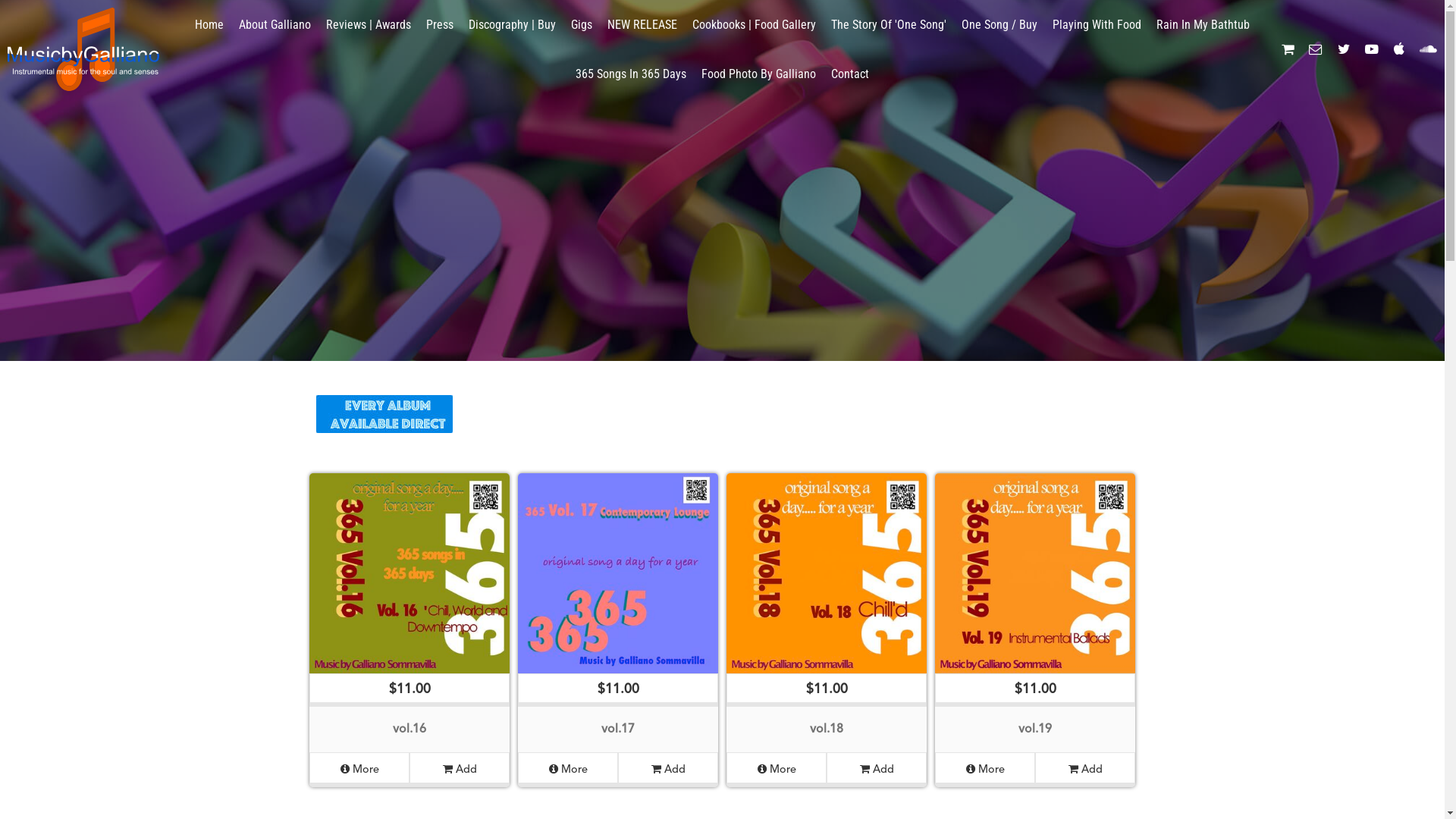 The image size is (1456, 819). I want to click on 'Gigs', so click(563, 24).